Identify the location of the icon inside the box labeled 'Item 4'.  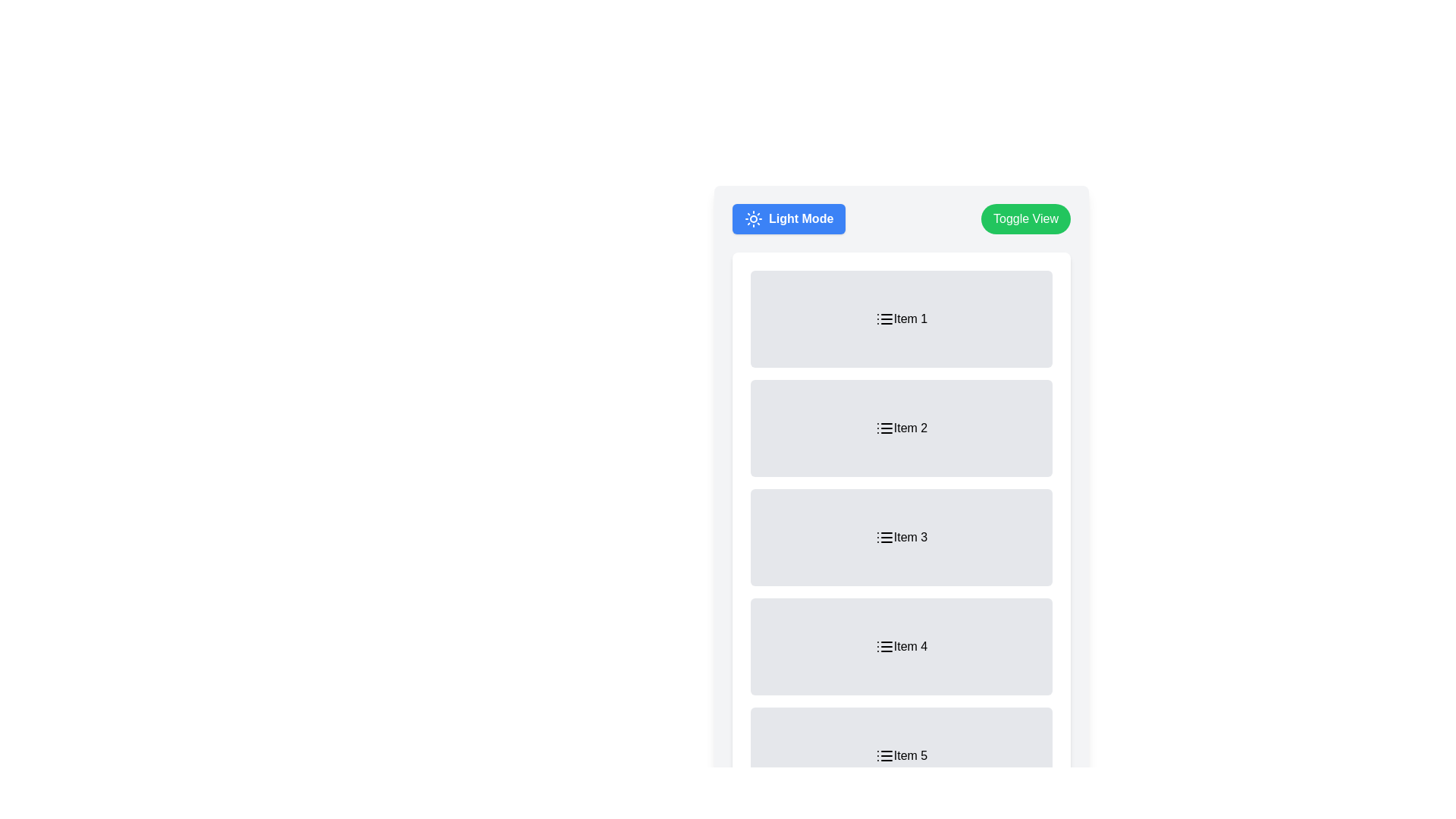
(884, 646).